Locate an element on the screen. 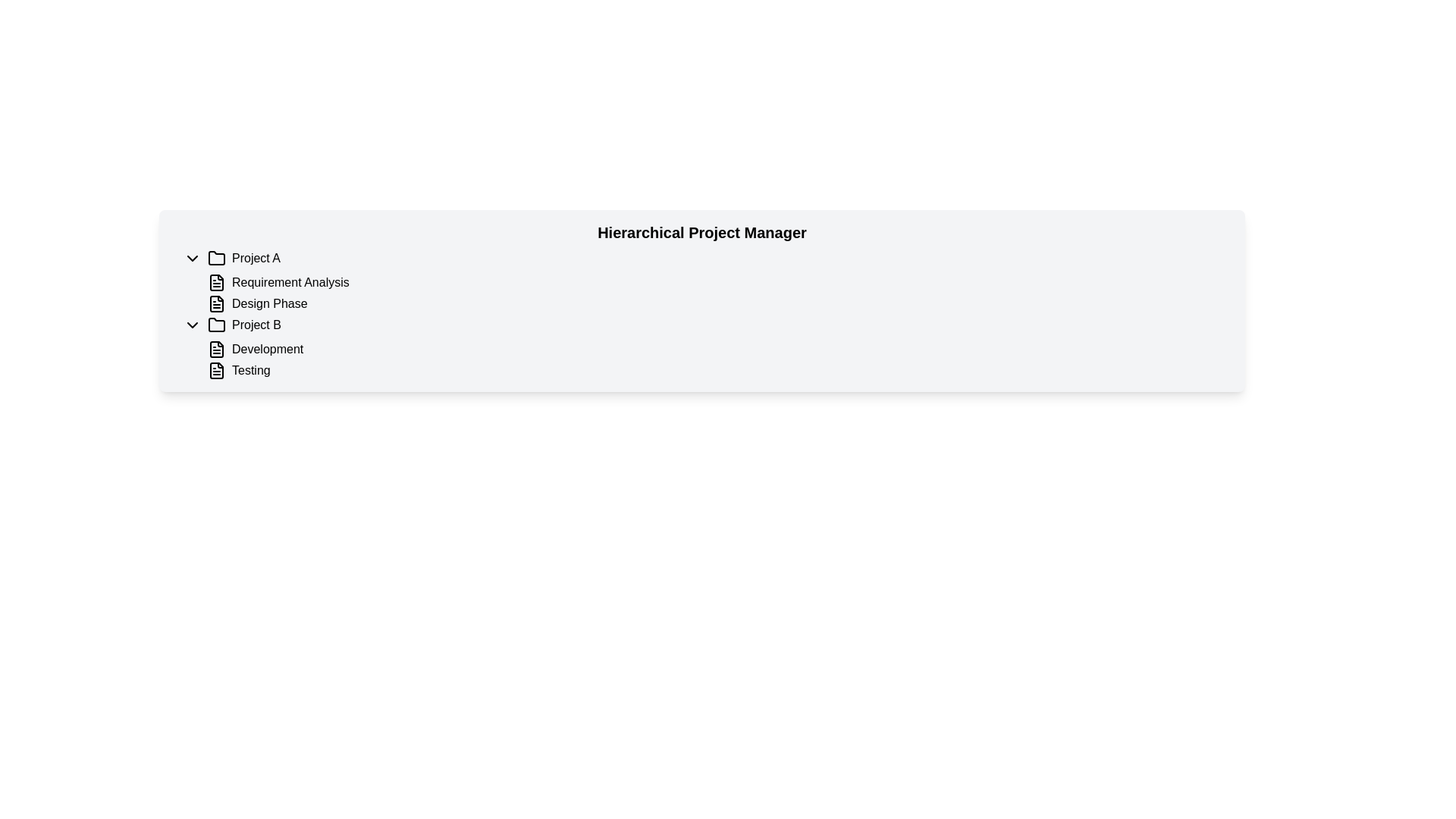 This screenshot has height=819, width=1456. the text label for 'Project B' within the hierarchical project management interface for navigation is located at coordinates (256, 324).